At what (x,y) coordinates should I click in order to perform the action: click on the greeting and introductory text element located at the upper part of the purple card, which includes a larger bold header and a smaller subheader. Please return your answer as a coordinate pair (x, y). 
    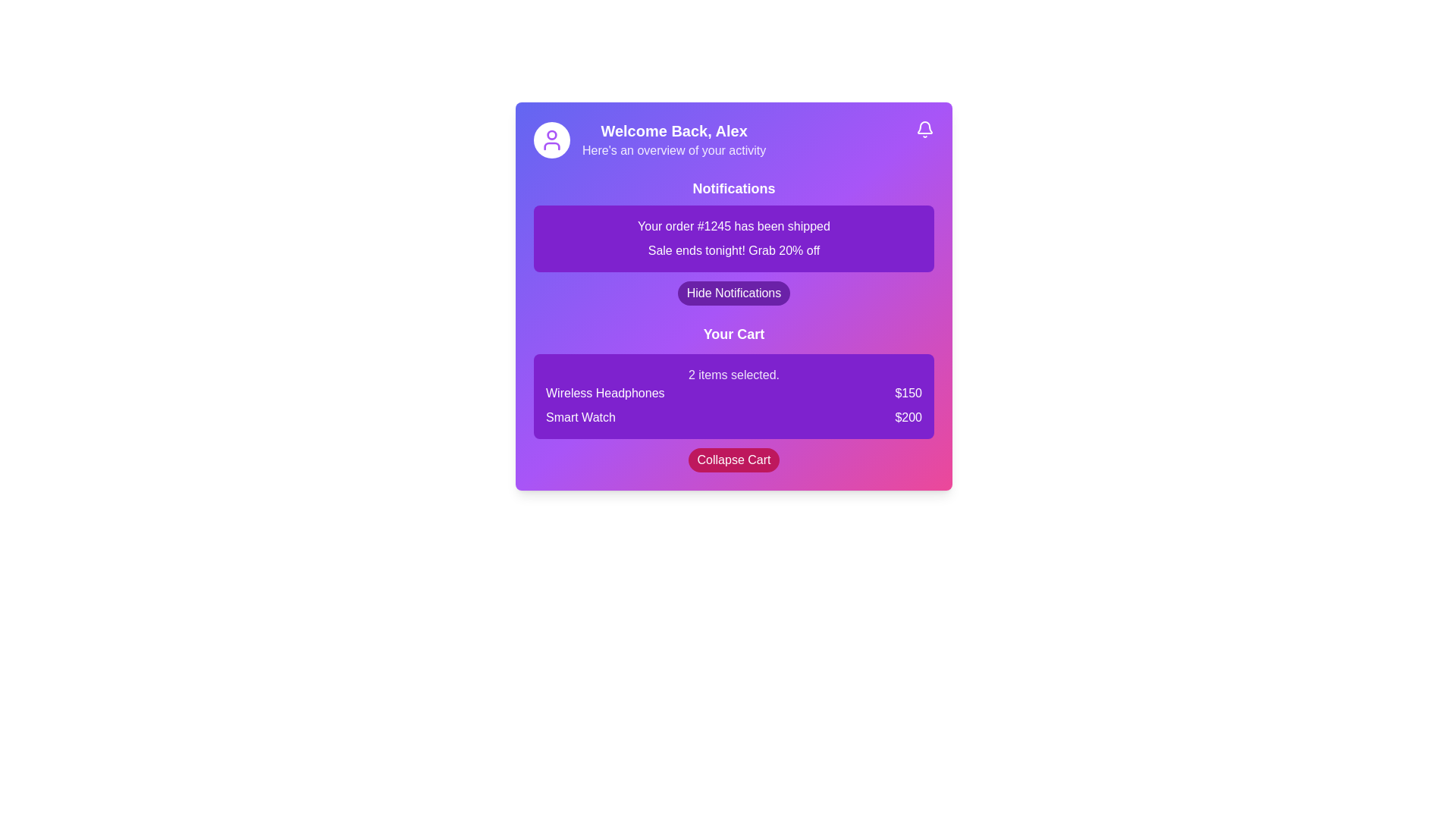
    Looking at the image, I should click on (673, 140).